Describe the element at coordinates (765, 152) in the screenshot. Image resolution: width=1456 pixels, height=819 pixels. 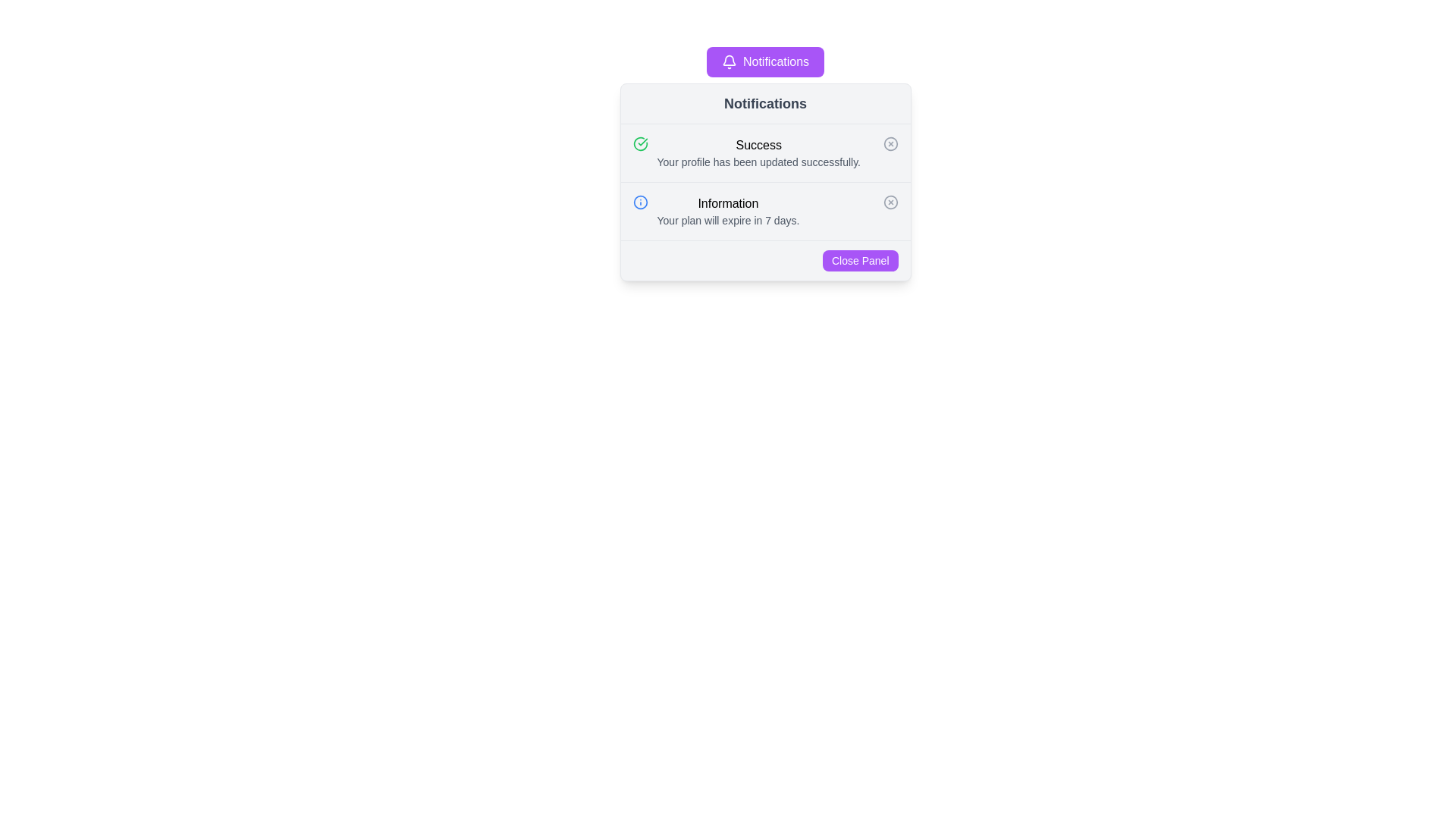
I see `message content of the Notification item indicating a successful profile update, located under the 'Notifications' header in the first row above the 'Information' message` at that location.